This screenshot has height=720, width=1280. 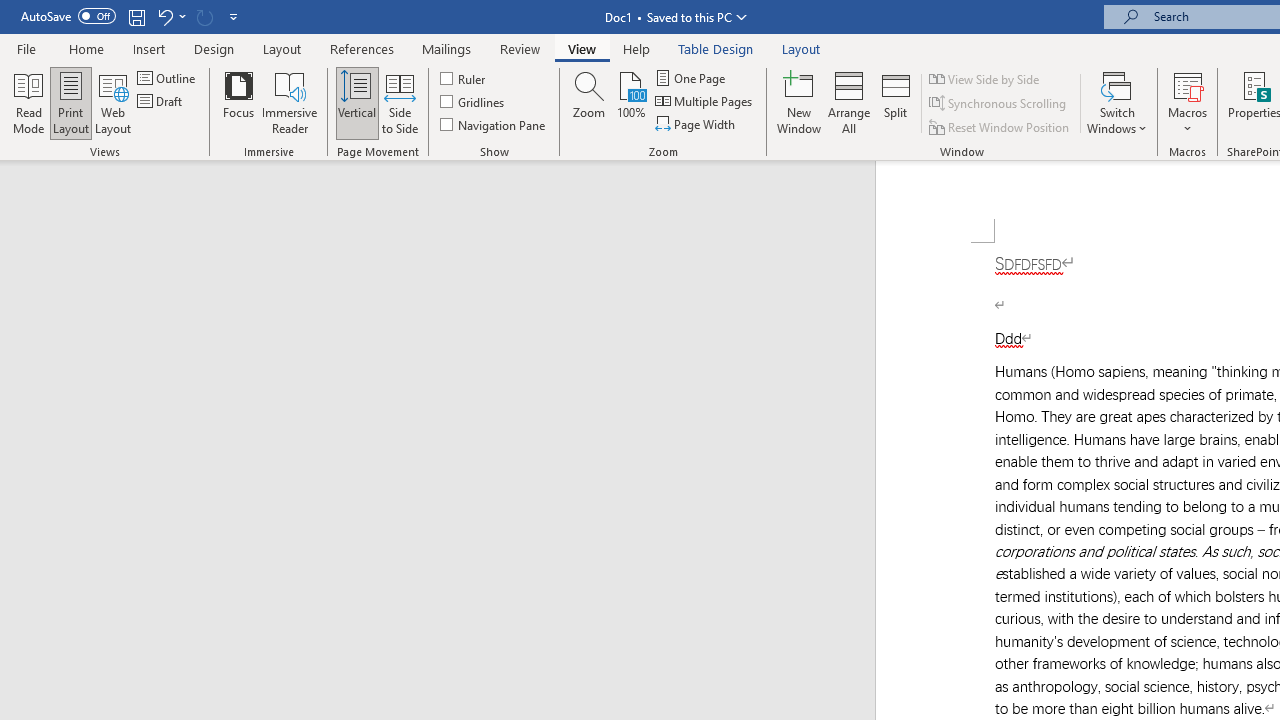 I want to click on 'Immersive Reader', so click(x=288, y=103).